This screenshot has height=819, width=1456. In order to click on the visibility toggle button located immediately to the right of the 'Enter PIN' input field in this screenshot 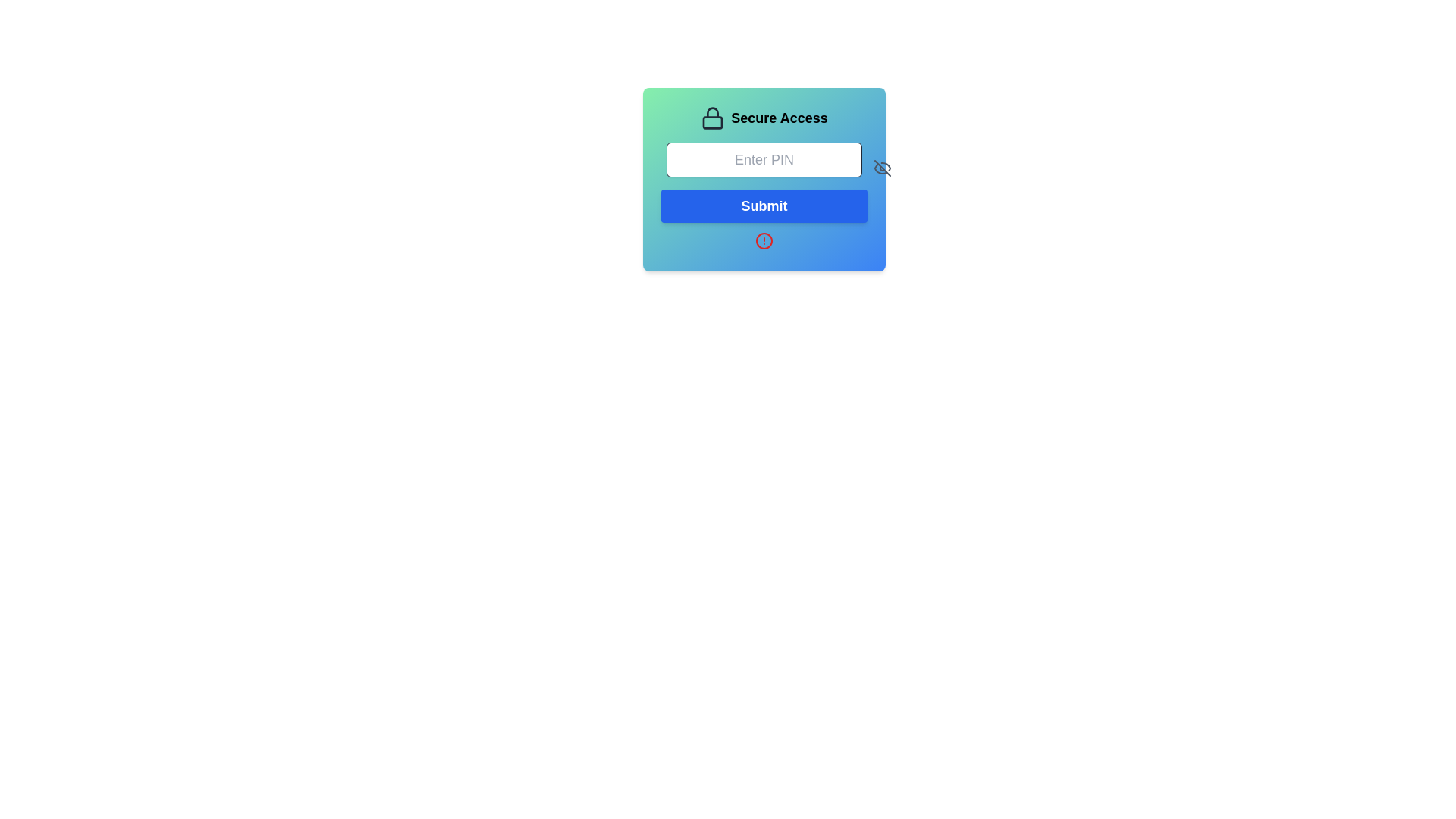, I will do `click(882, 168)`.